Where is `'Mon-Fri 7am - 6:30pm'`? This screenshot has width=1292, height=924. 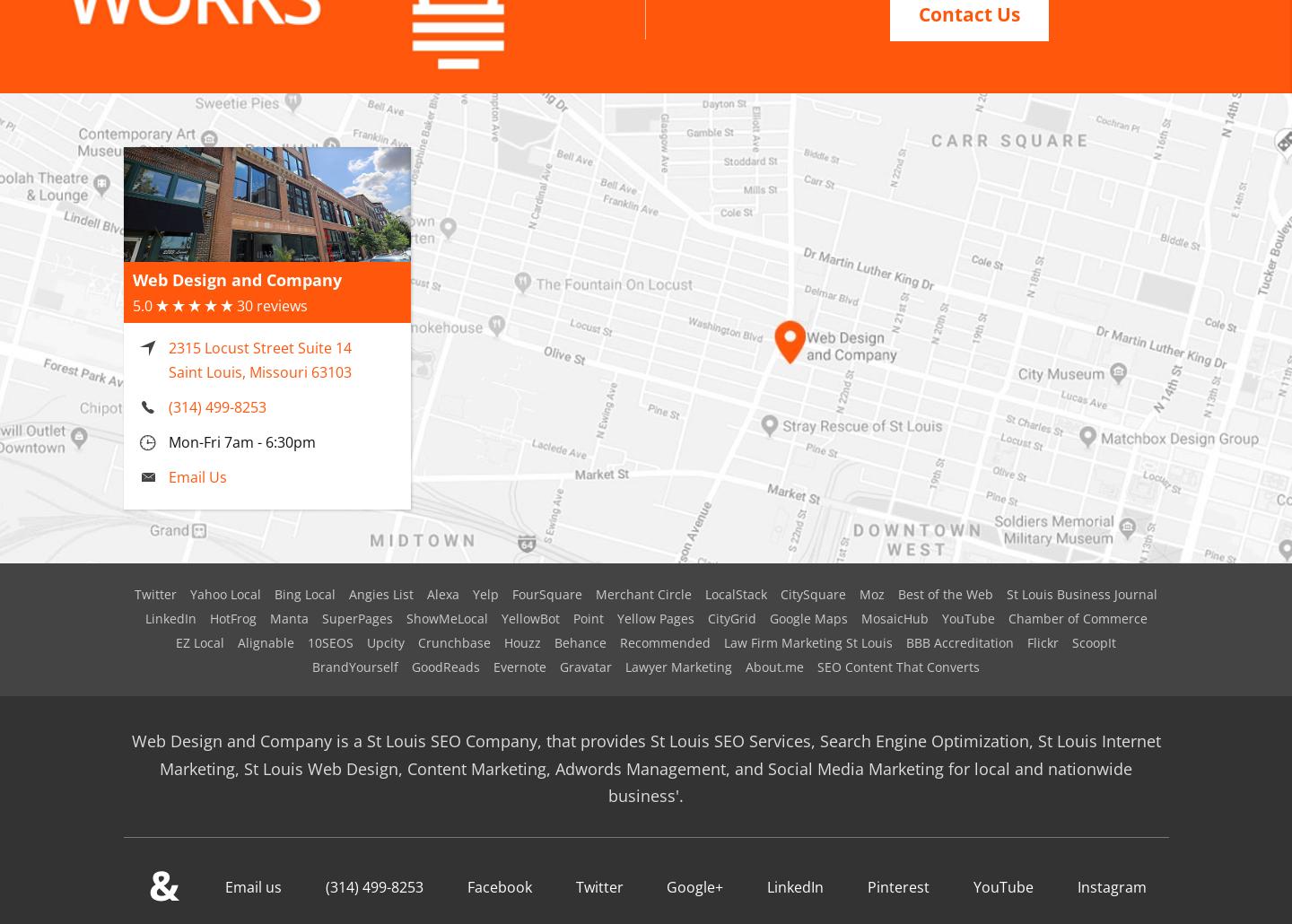
'Mon-Fri 7am - 6:30pm' is located at coordinates (168, 419).